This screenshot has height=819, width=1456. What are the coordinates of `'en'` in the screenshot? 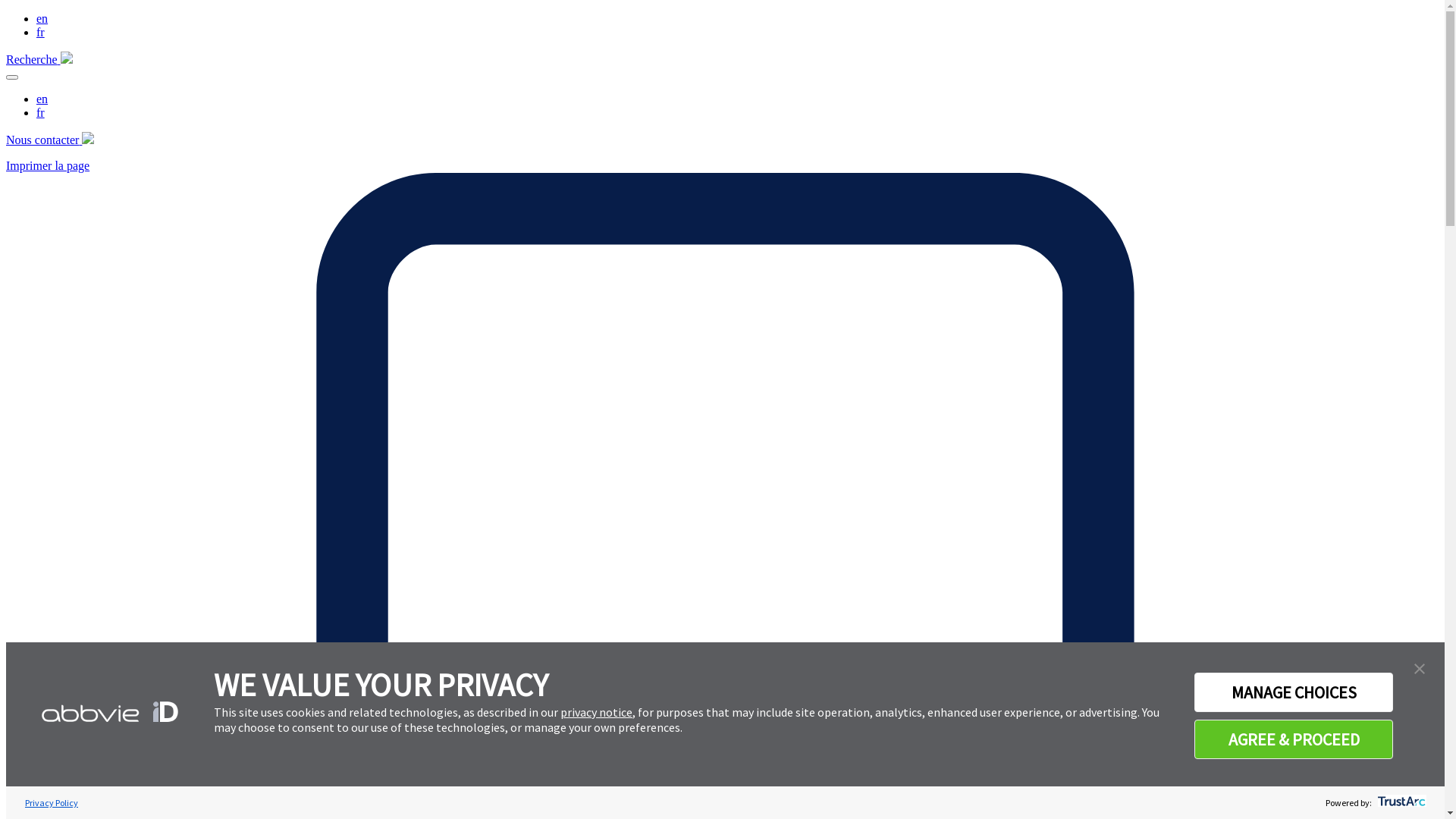 It's located at (36, 18).